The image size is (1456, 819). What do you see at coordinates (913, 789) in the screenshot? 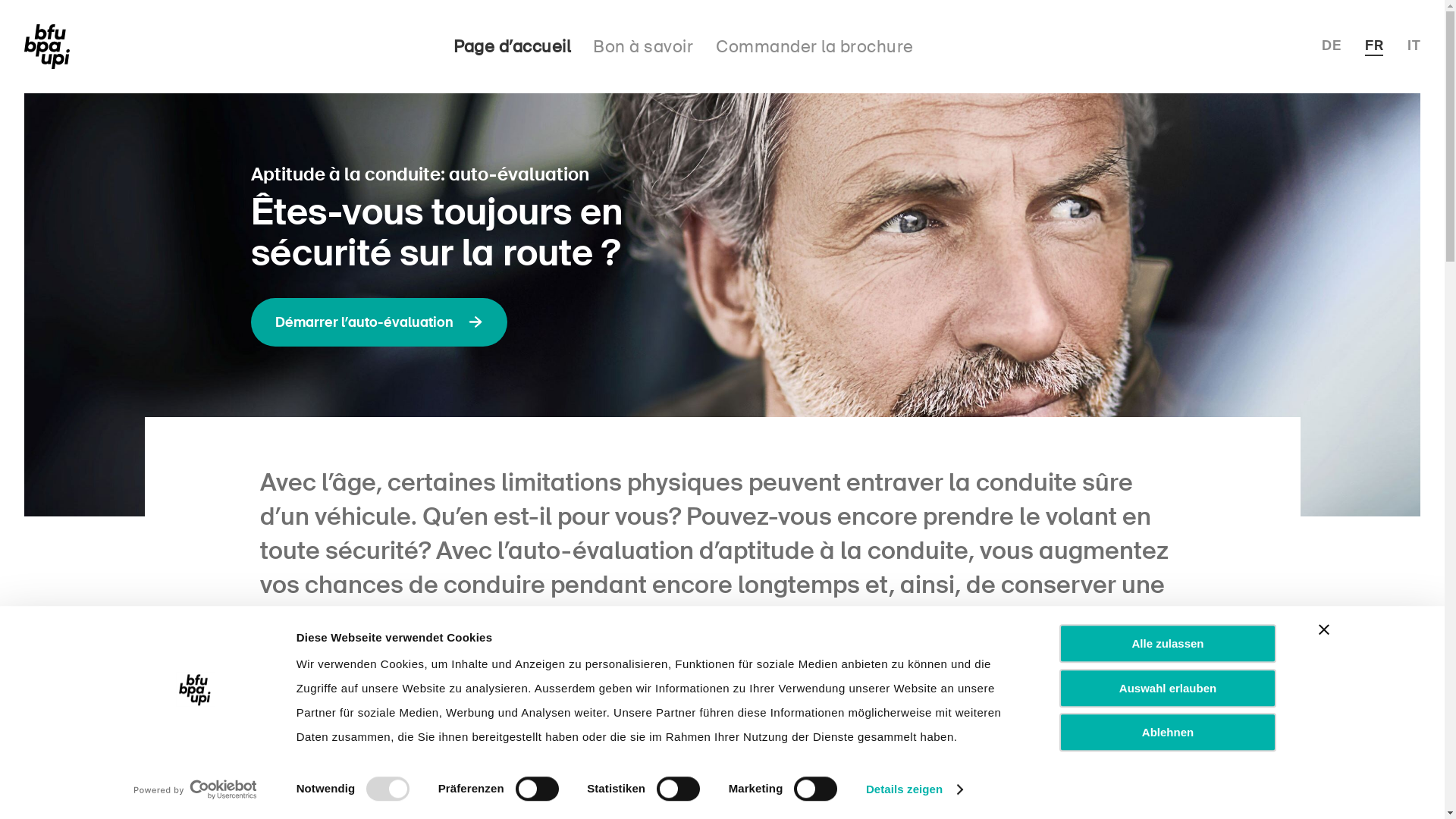
I see `'Details zeigen'` at bounding box center [913, 789].